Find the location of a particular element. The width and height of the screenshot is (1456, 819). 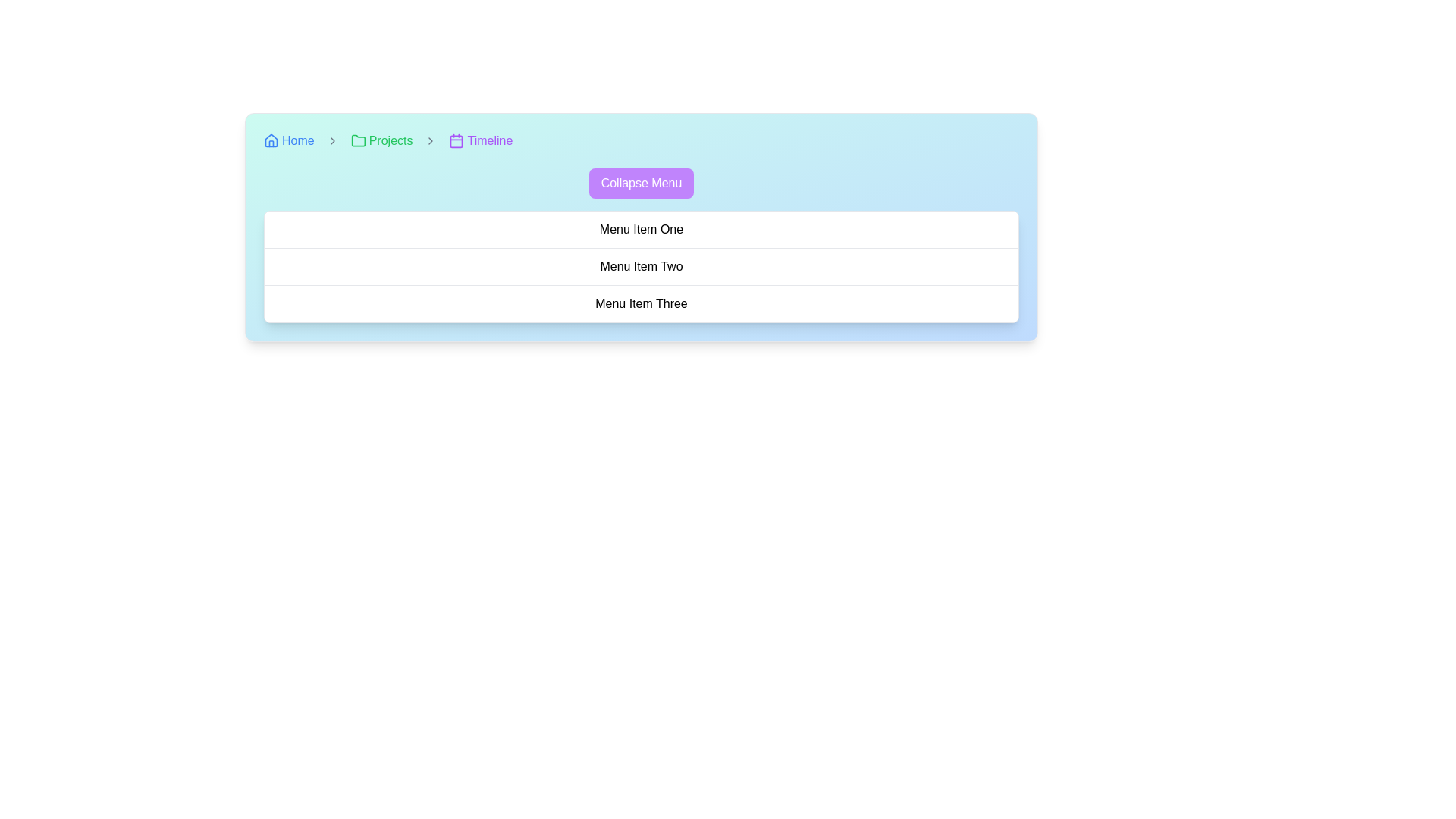

the small calendar icon with a purple outline located next to the 'Timeline' label on the navigation breadcrumb is located at coordinates (456, 140).